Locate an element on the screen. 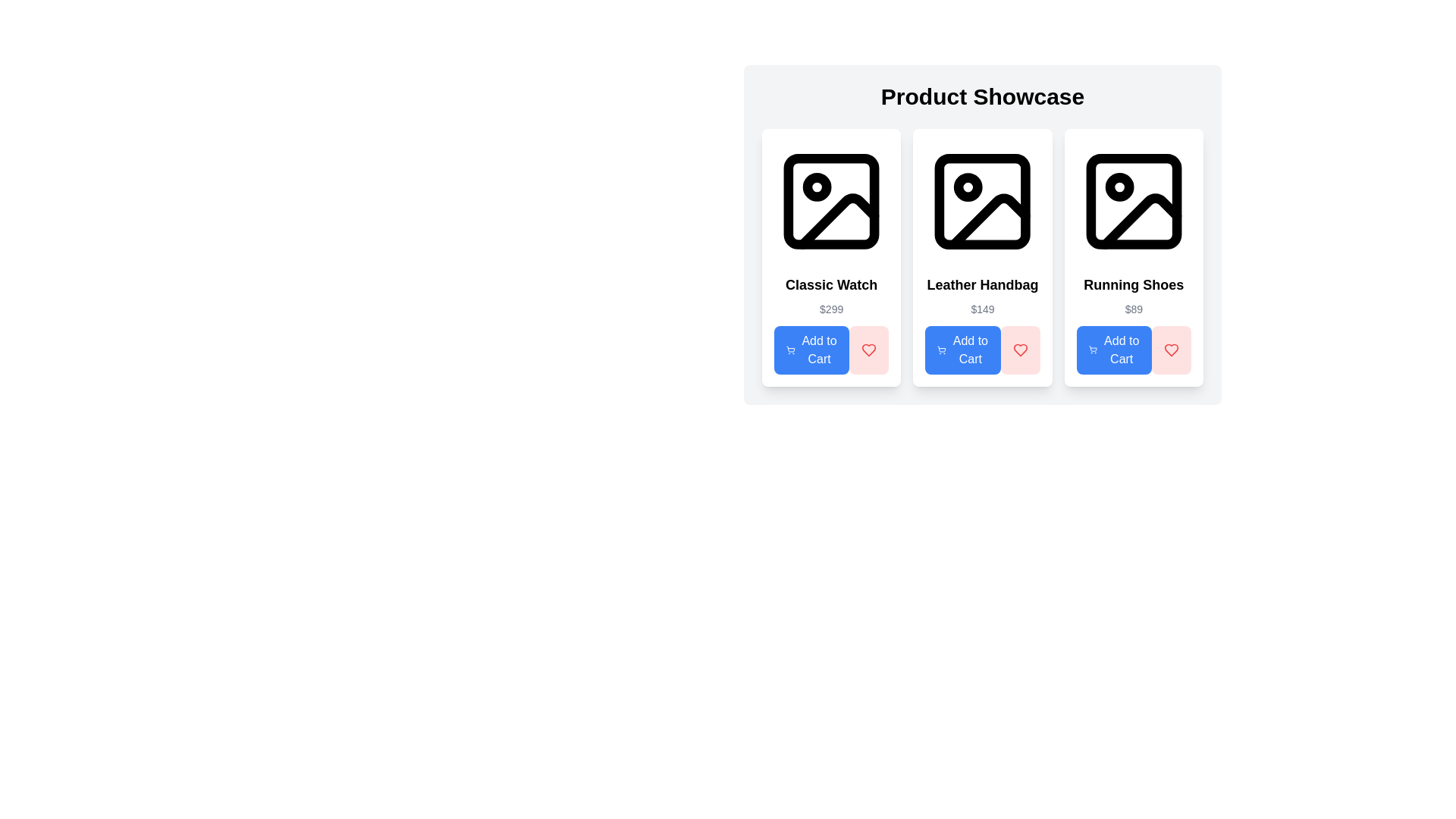  displayed price text of the 'Leather Handbag' product, which is located below the product title and above the 'Add to Cart' button in the product card is located at coordinates (983, 309).